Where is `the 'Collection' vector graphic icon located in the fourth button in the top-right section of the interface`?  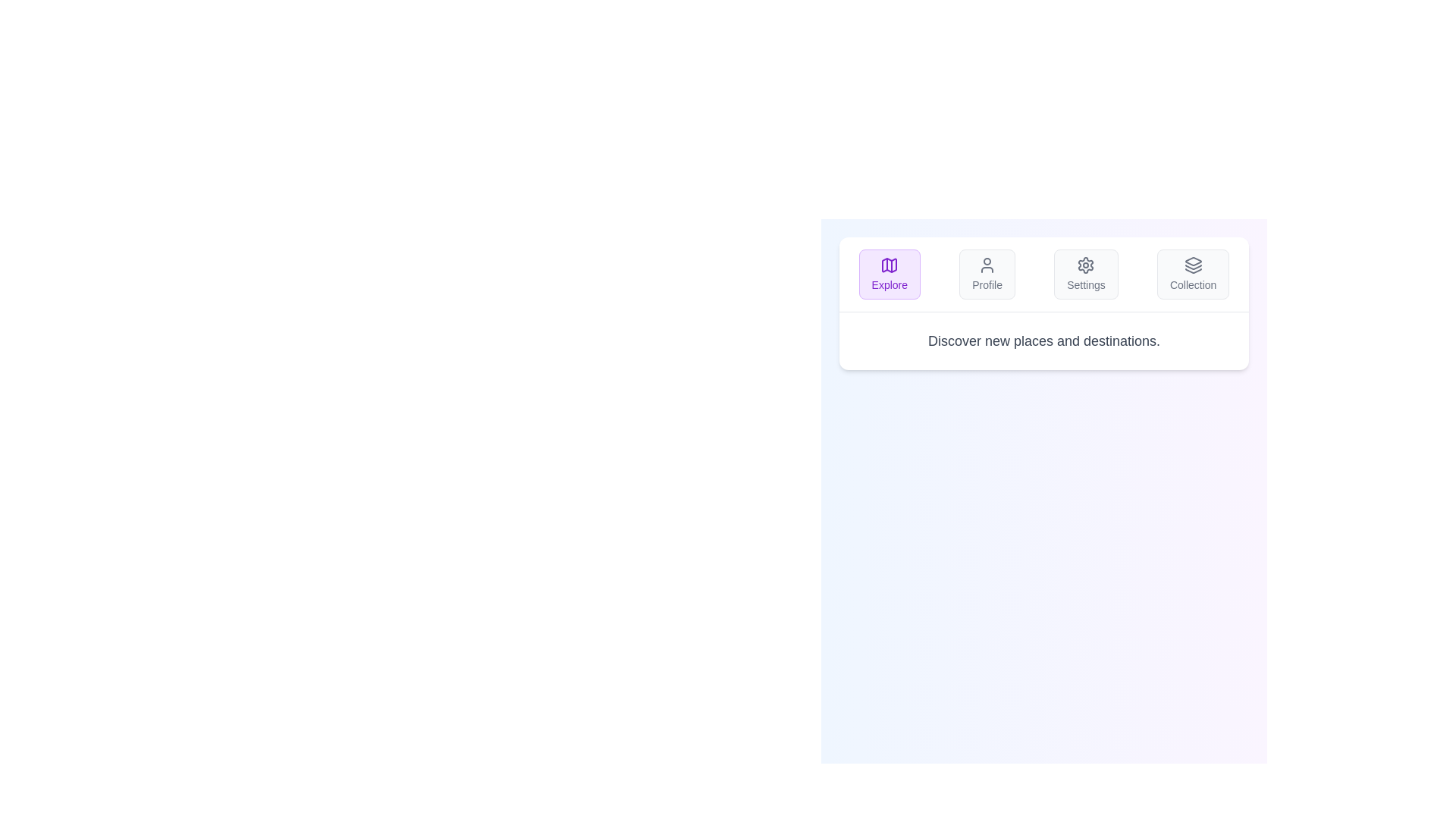
the 'Collection' vector graphic icon located in the fourth button in the top-right section of the interface is located at coordinates (1192, 265).